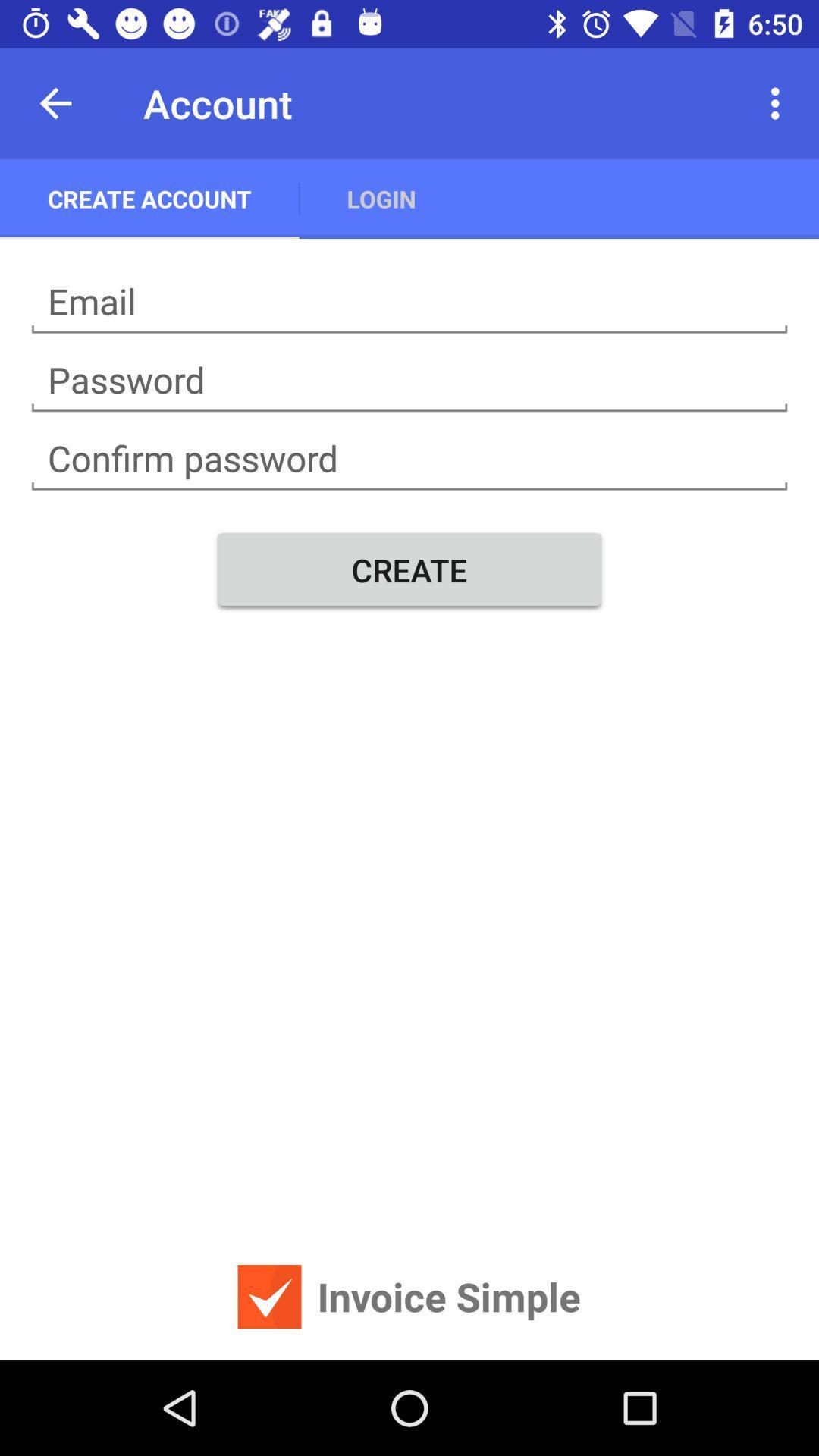  What do you see at coordinates (779, 102) in the screenshot?
I see `the app next to the login icon` at bounding box center [779, 102].